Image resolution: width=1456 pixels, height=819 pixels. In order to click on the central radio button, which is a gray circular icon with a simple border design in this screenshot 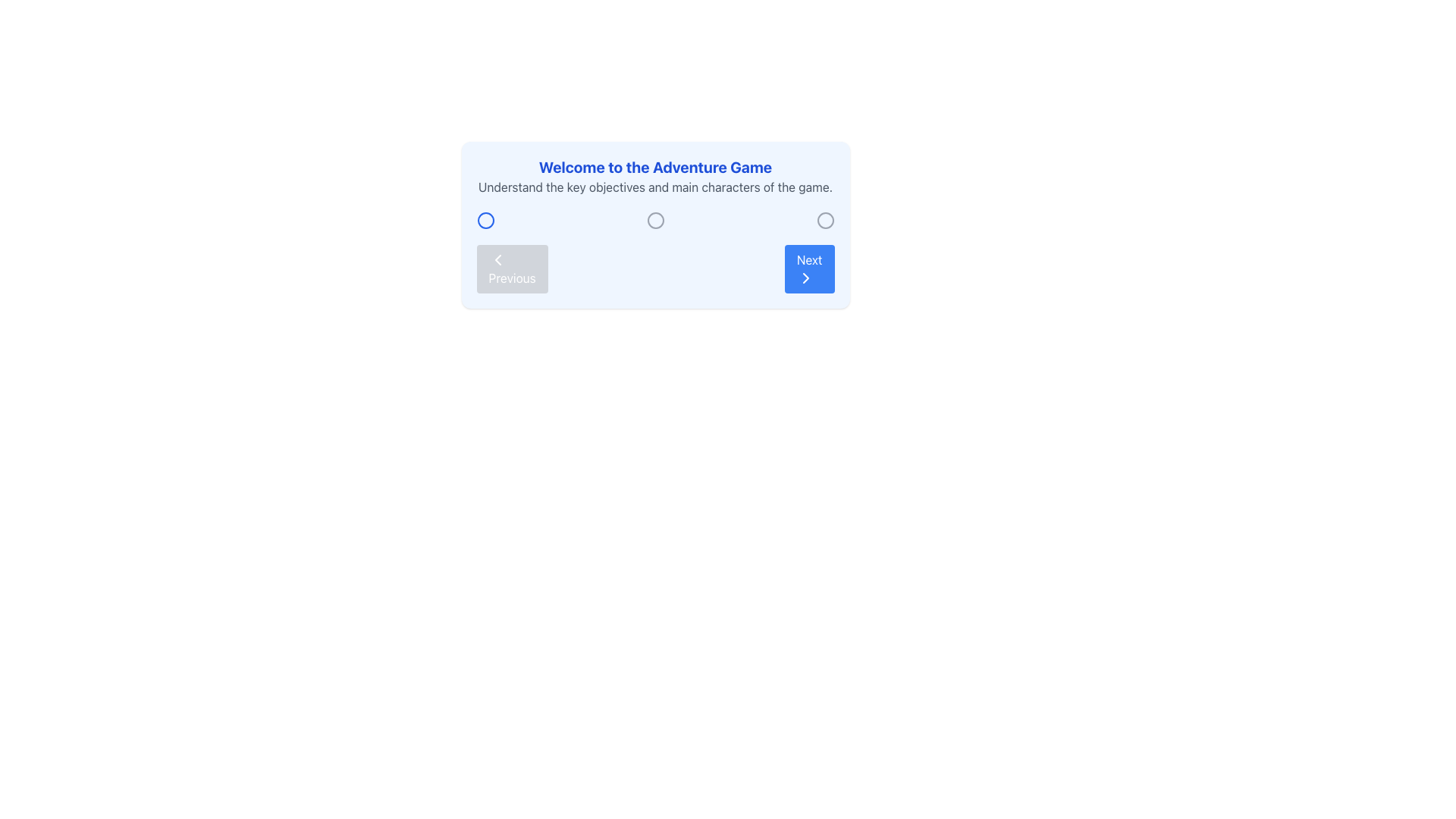, I will do `click(655, 220)`.